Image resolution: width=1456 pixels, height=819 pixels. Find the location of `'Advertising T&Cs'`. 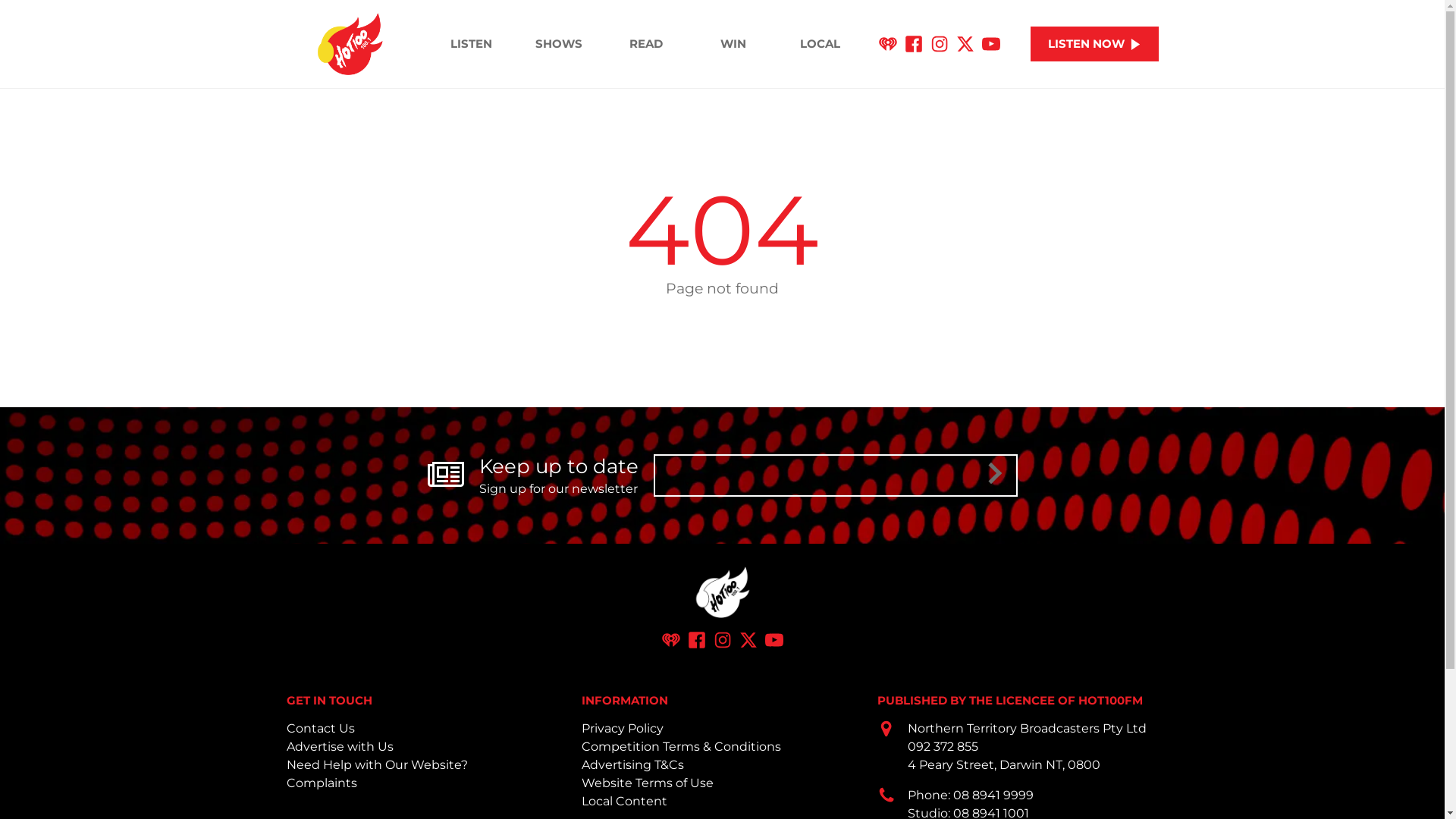

'Advertising T&Cs' is located at coordinates (632, 764).